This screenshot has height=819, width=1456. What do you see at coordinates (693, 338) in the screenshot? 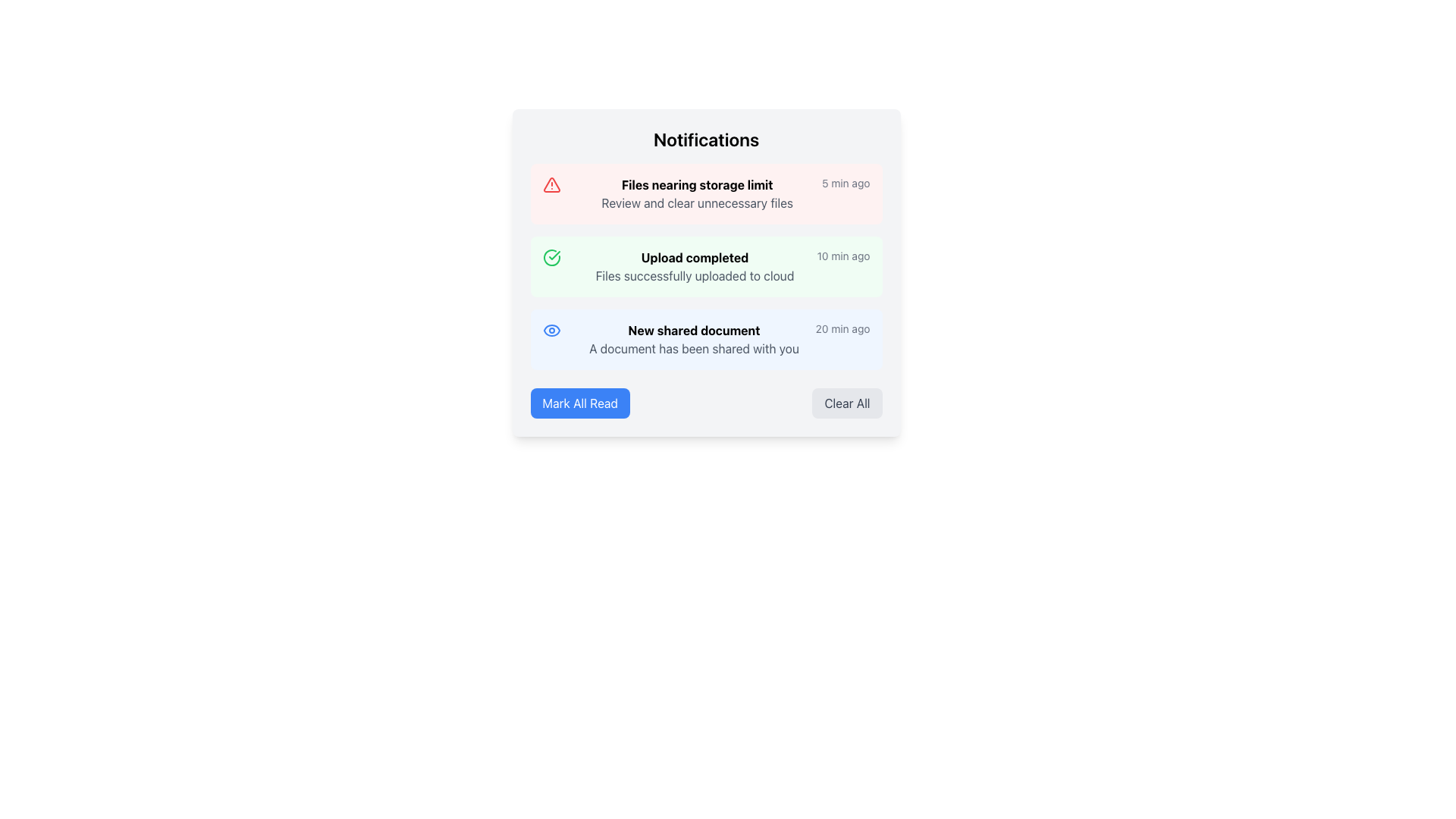
I see `the notification message displayed in the central area of the third notification section, which has a light blue background and occupies a significant horizontal width` at bounding box center [693, 338].